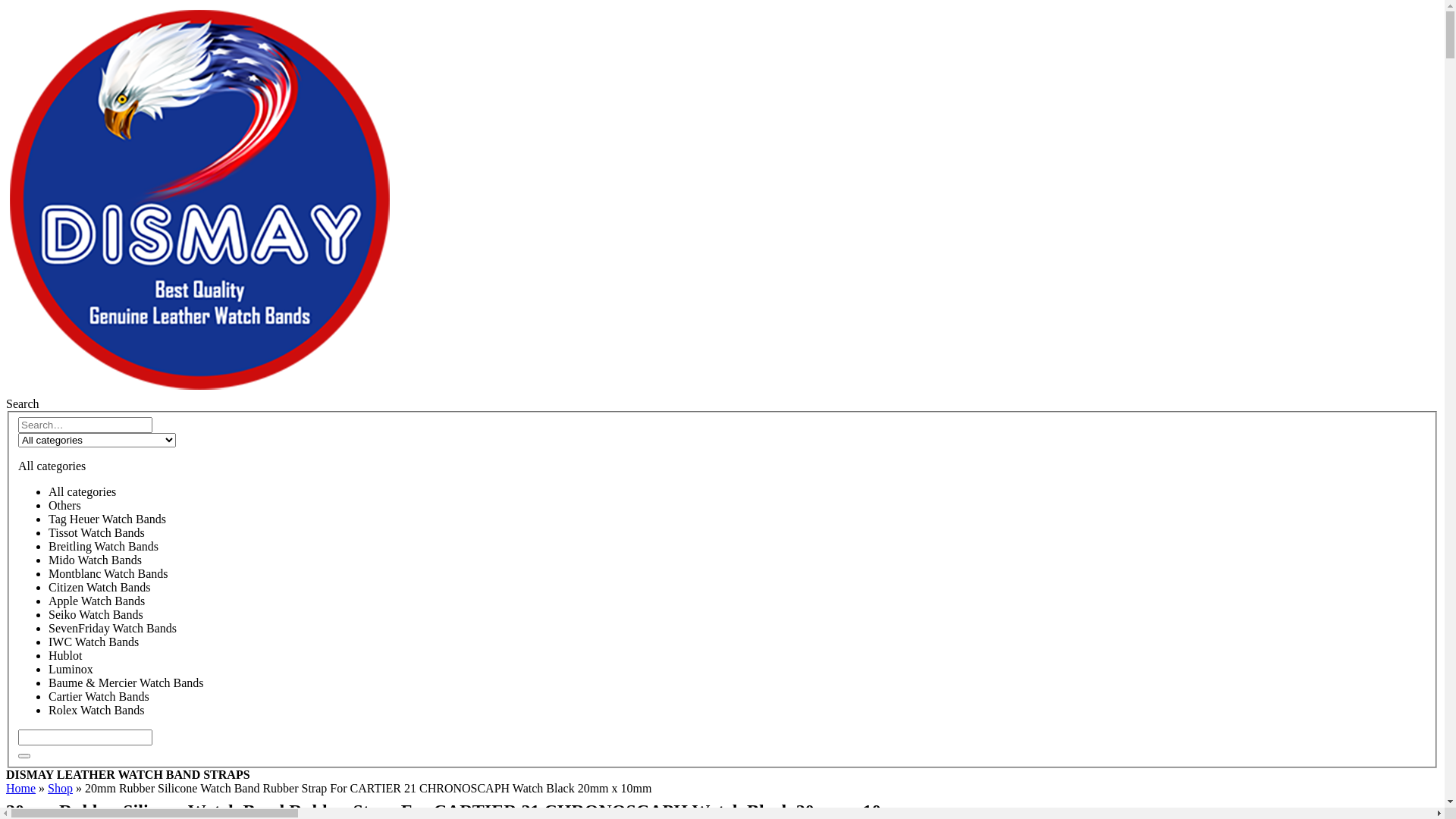 The height and width of the screenshot is (819, 1456). I want to click on 'Search', so click(18, 755).